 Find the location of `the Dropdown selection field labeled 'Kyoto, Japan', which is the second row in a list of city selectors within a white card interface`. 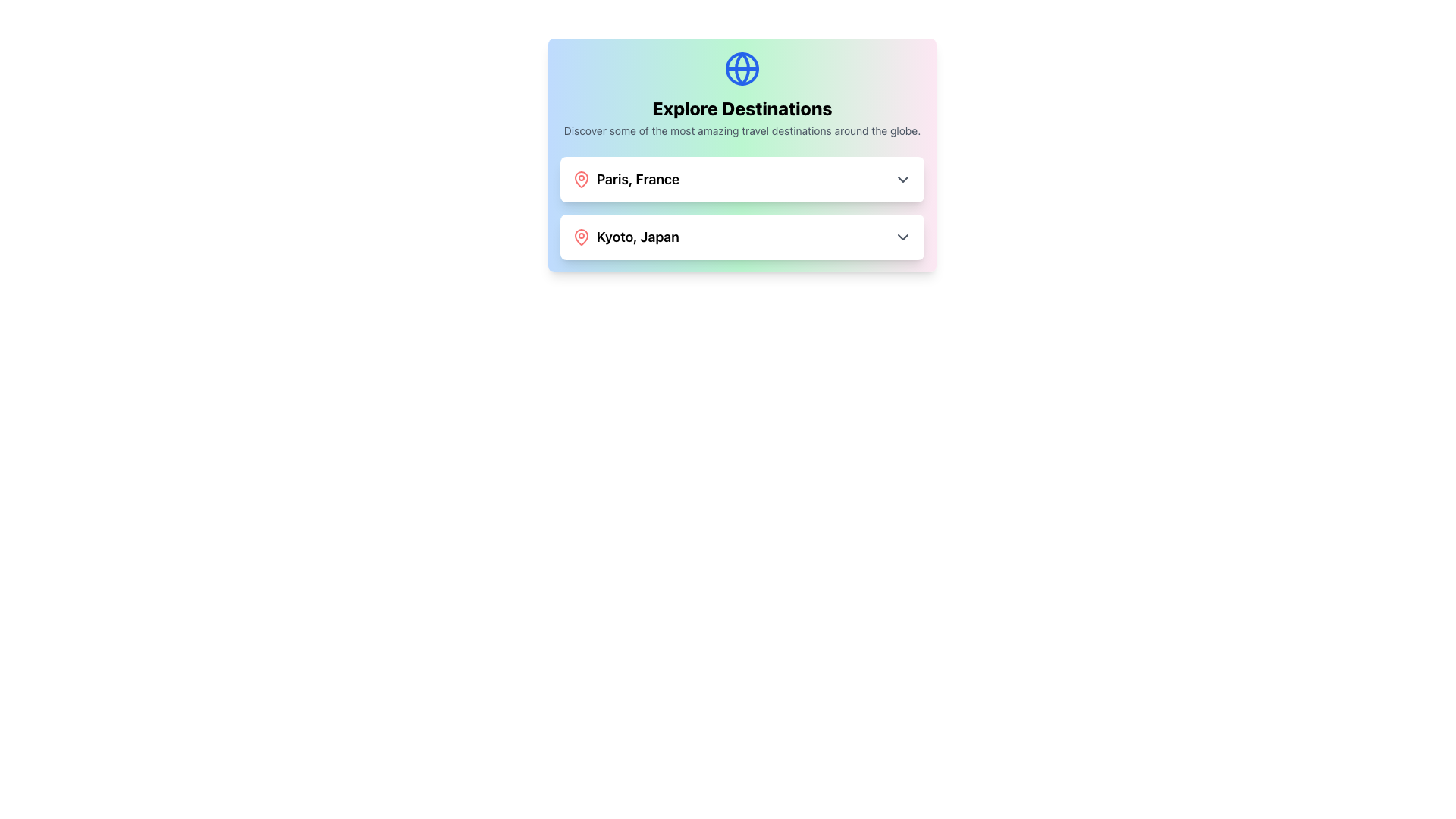

the Dropdown selection field labeled 'Kyoto, Japan', which is the second row in a list of city selectors within a white card interface is located at coordinates (742, 237).